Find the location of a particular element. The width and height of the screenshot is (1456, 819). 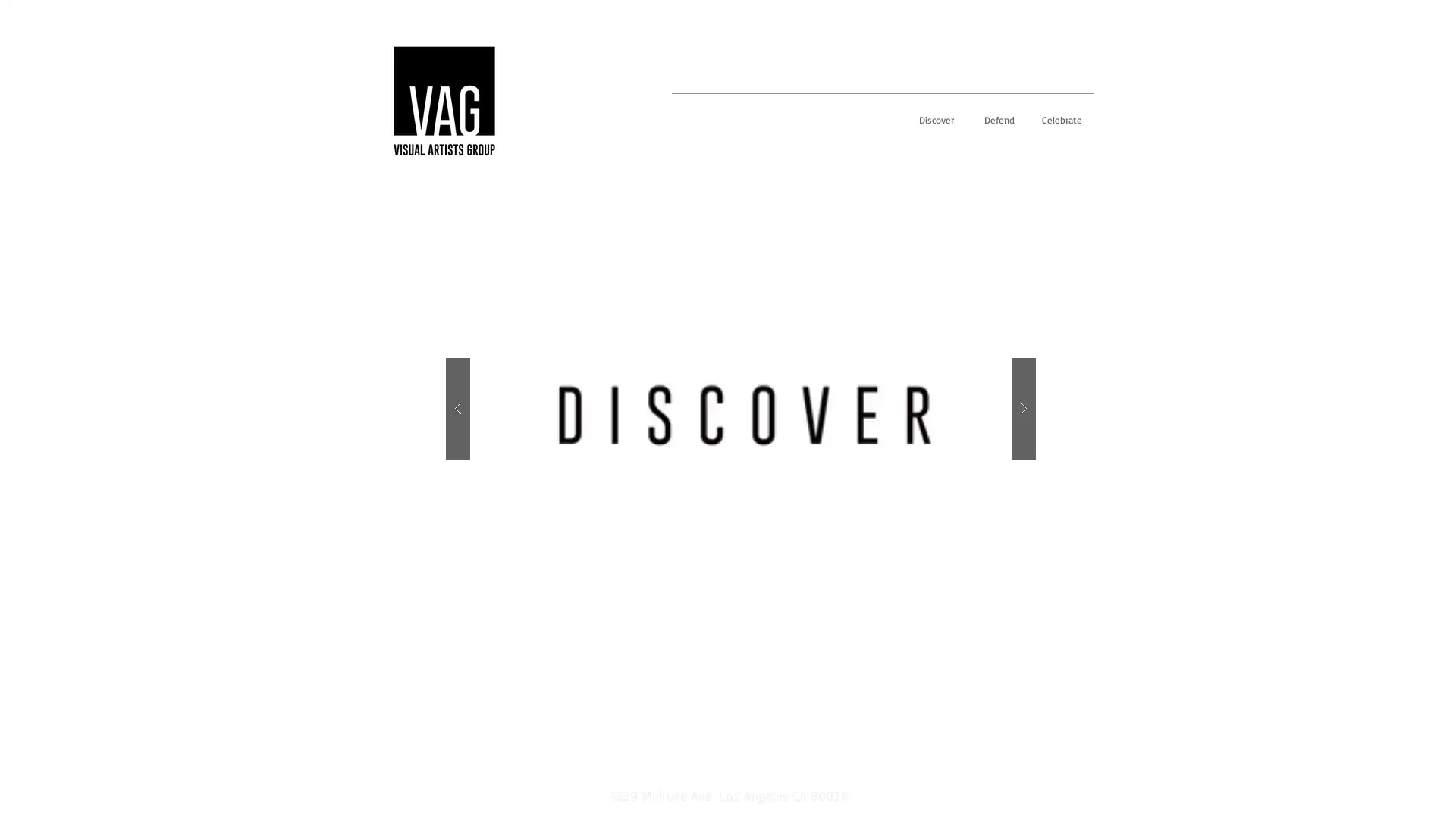

next is located at coordinates (1023, 408).